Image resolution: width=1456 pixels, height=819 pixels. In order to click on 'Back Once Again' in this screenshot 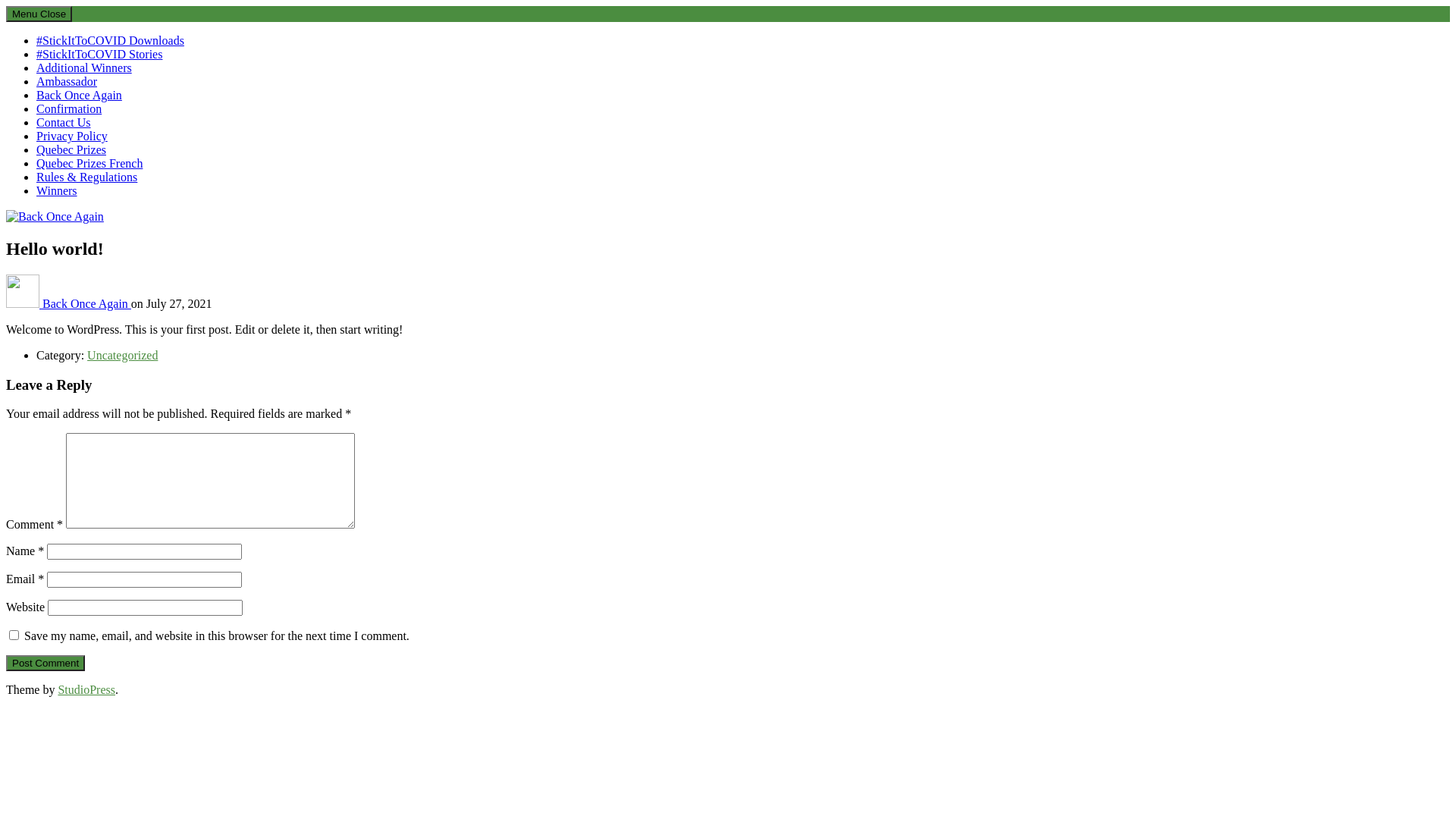, I will do `click(86, 303)`.